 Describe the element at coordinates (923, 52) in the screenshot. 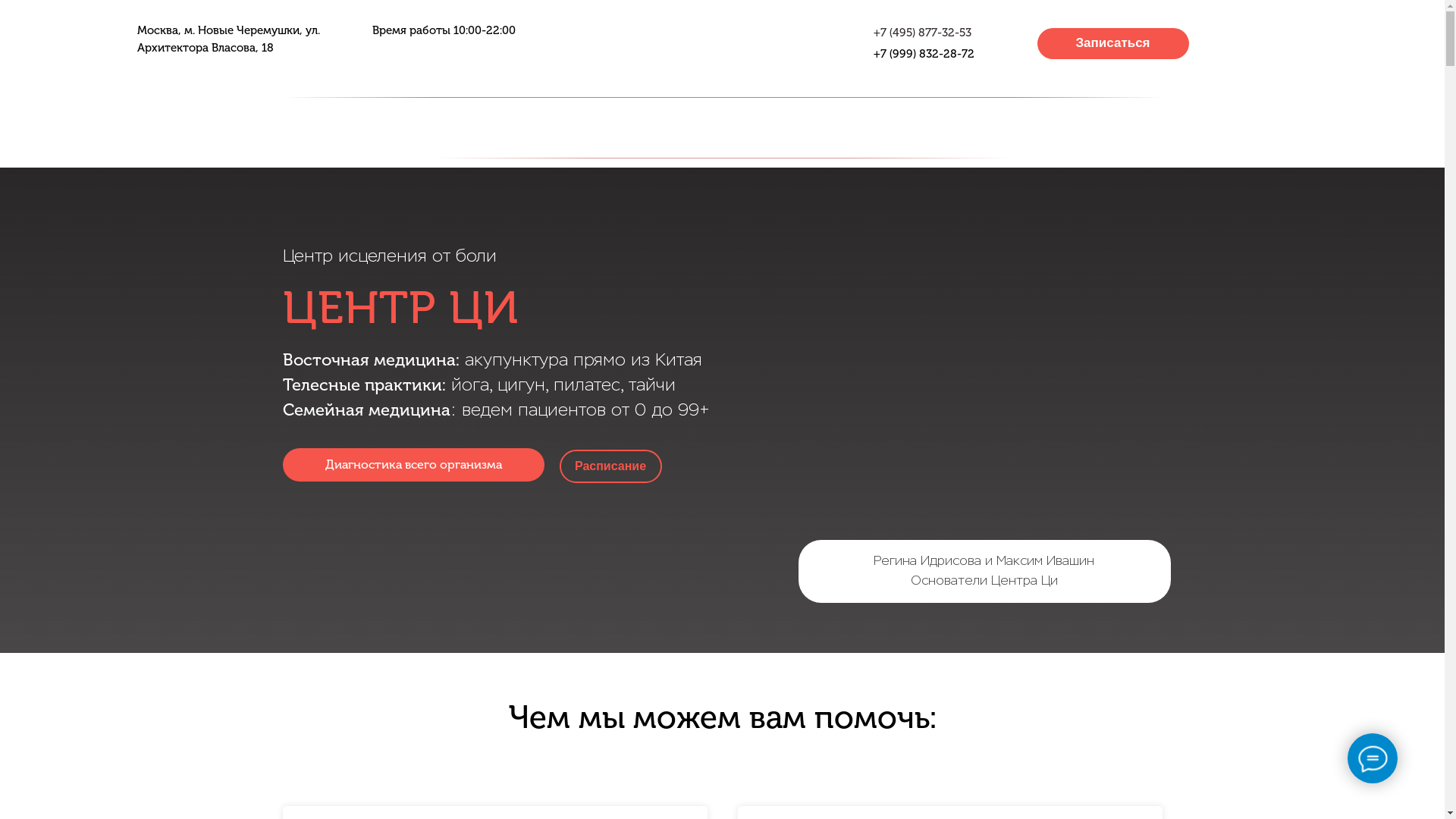

I see `'+7 (999) 832-28-72'` at that location.